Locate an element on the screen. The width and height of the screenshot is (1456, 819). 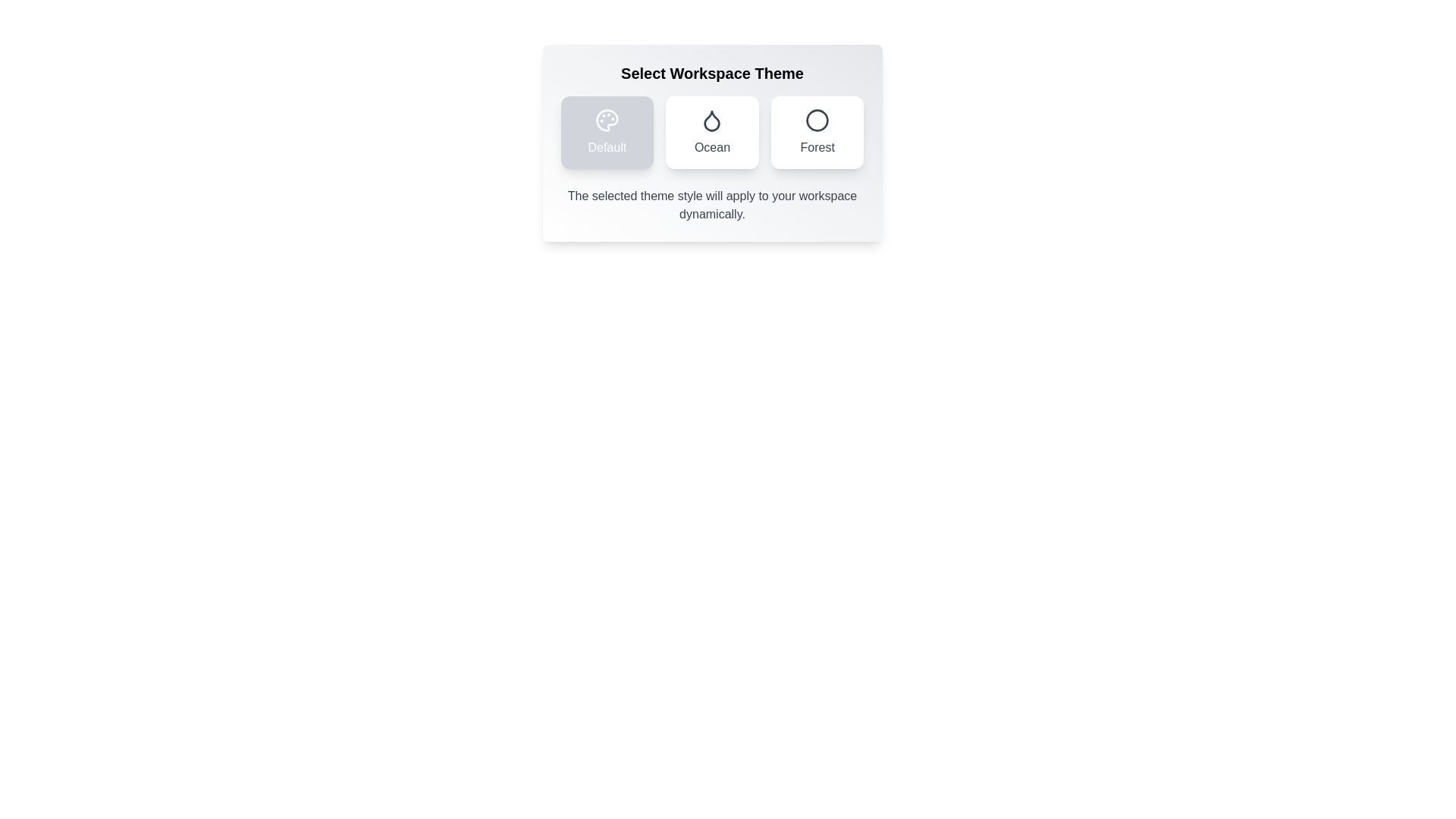
the button corresponding to the Default theme is located at coordinates (607, 131).